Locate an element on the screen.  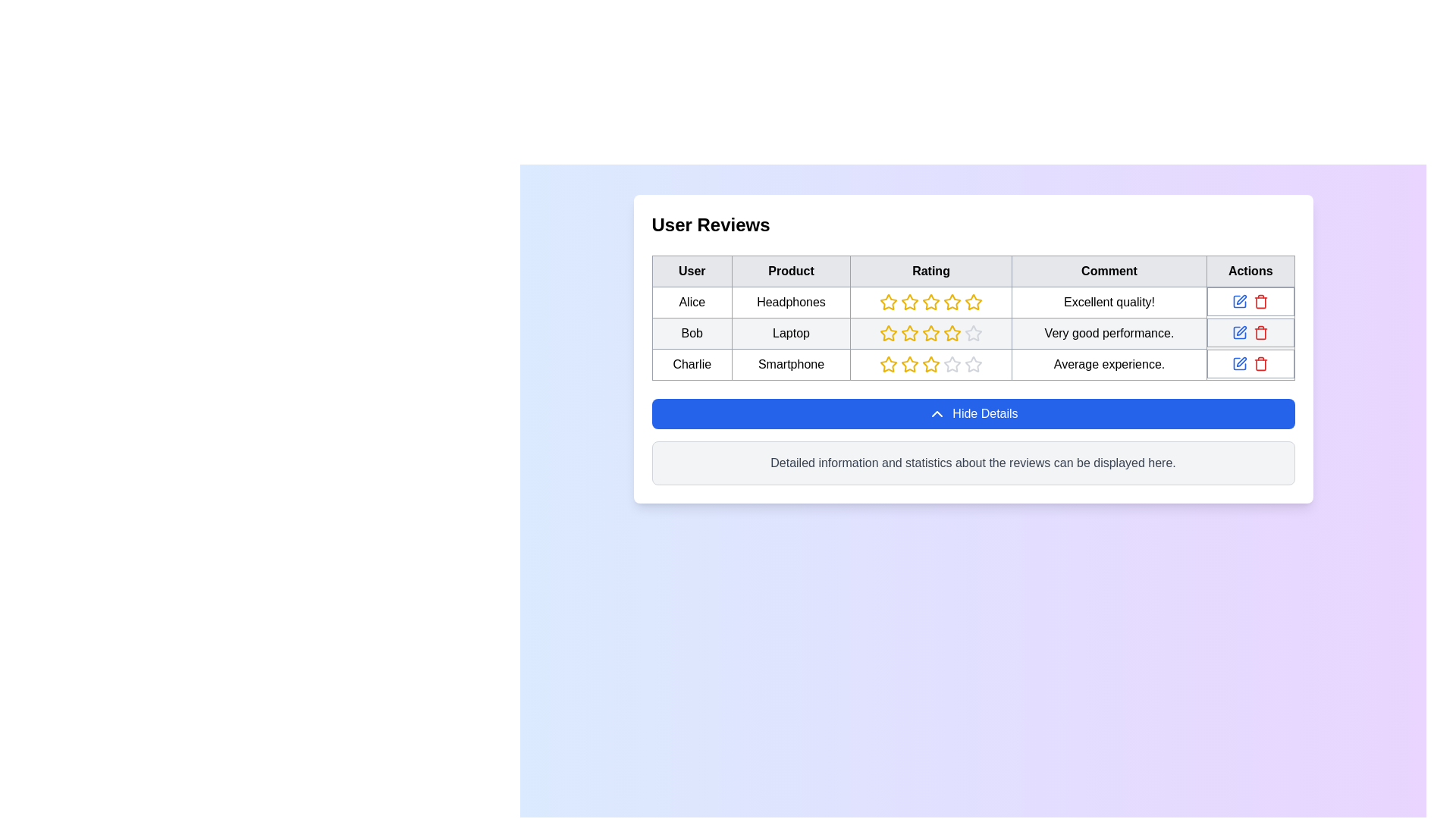
the fourth star icon in the 'Rating' column of the second row in the 'User Reviews' table, which represents the user's rating for 'Bob' is located at coordinates (888, 332).